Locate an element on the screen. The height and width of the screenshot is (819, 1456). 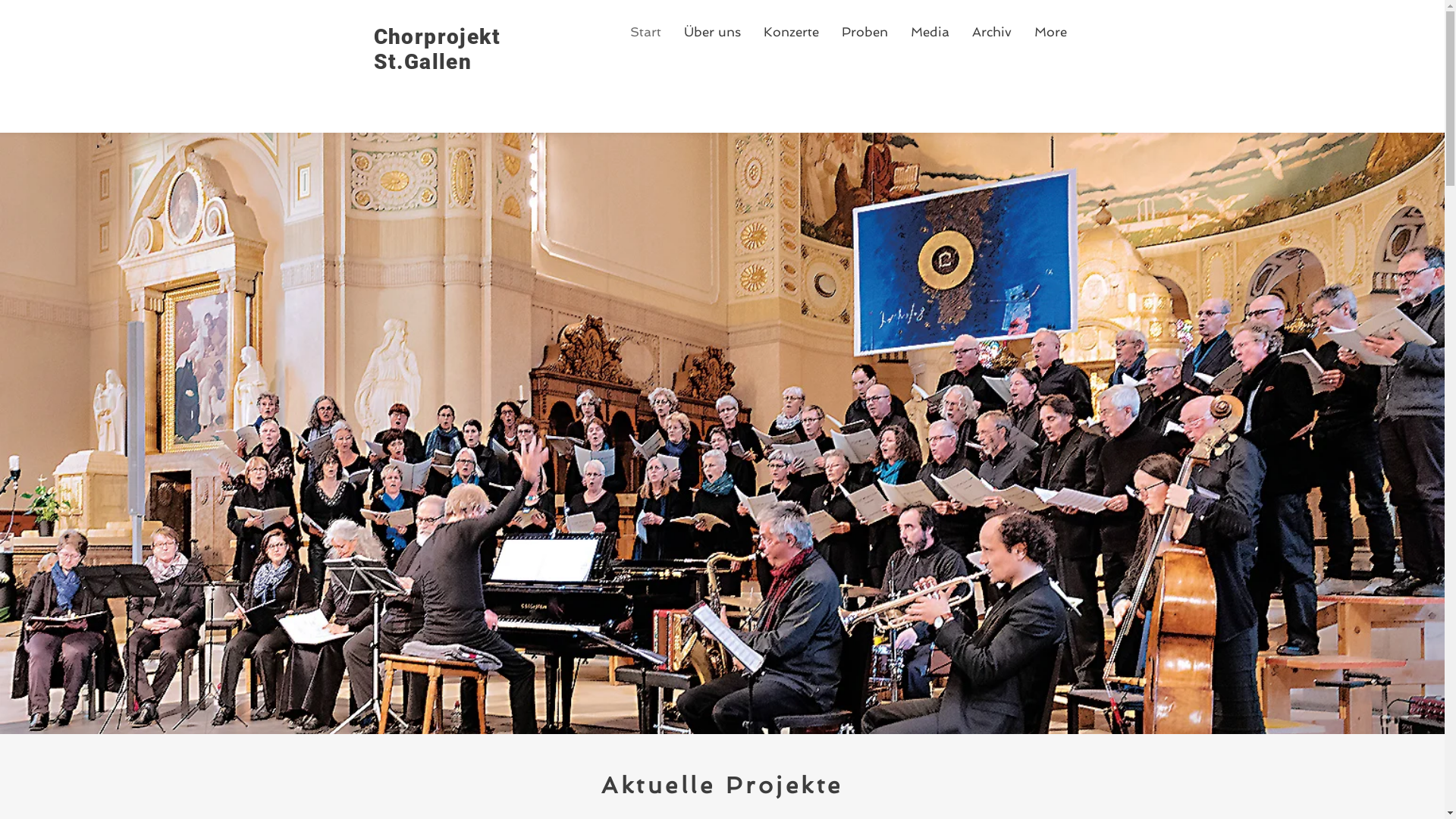
'St.Gallen' is located at coordinates (422, 61).